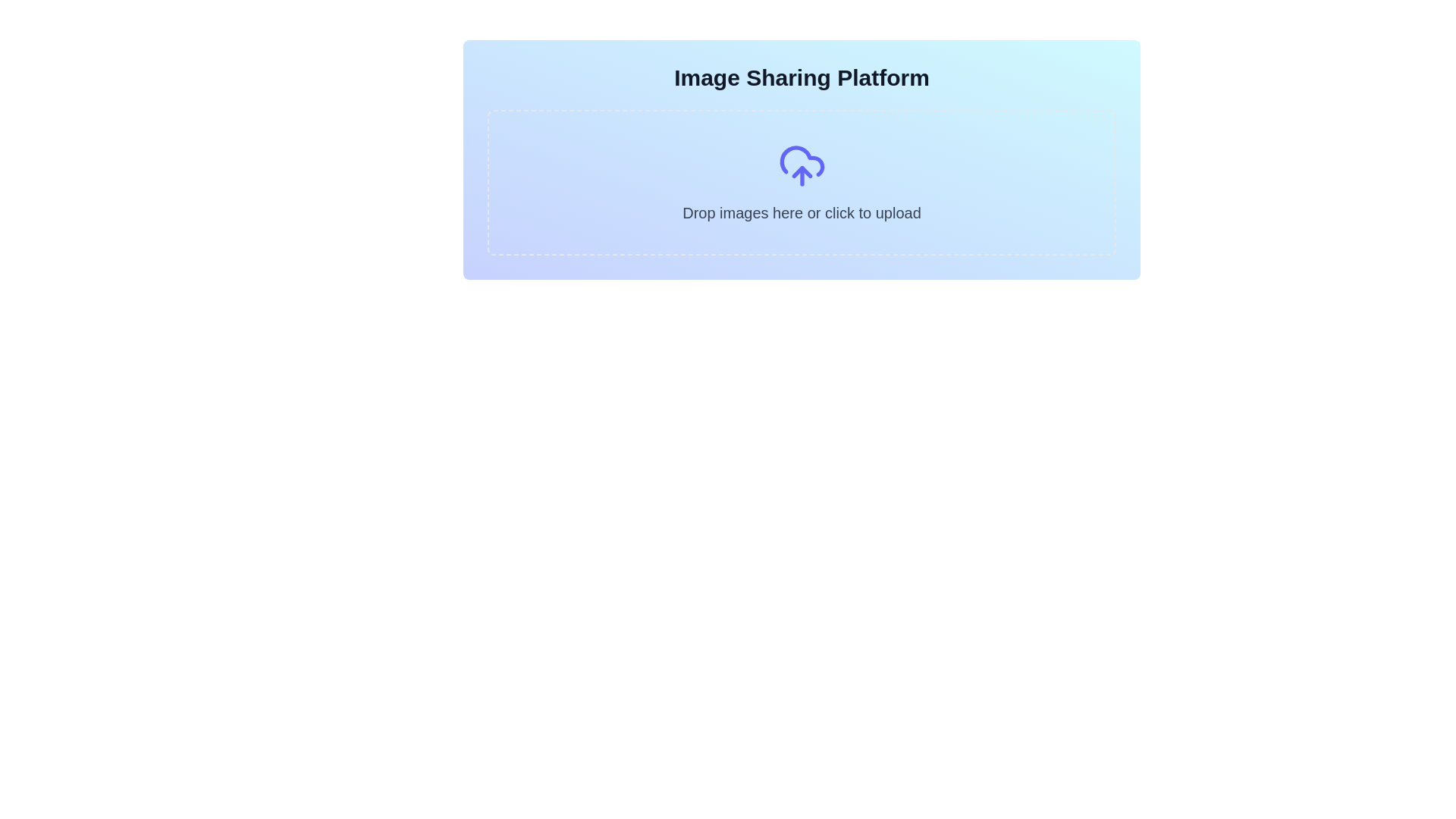  I want to click on the Drop area for file upload functionality located below the 'Image Sharing Platform' heading, so click(801, 181).